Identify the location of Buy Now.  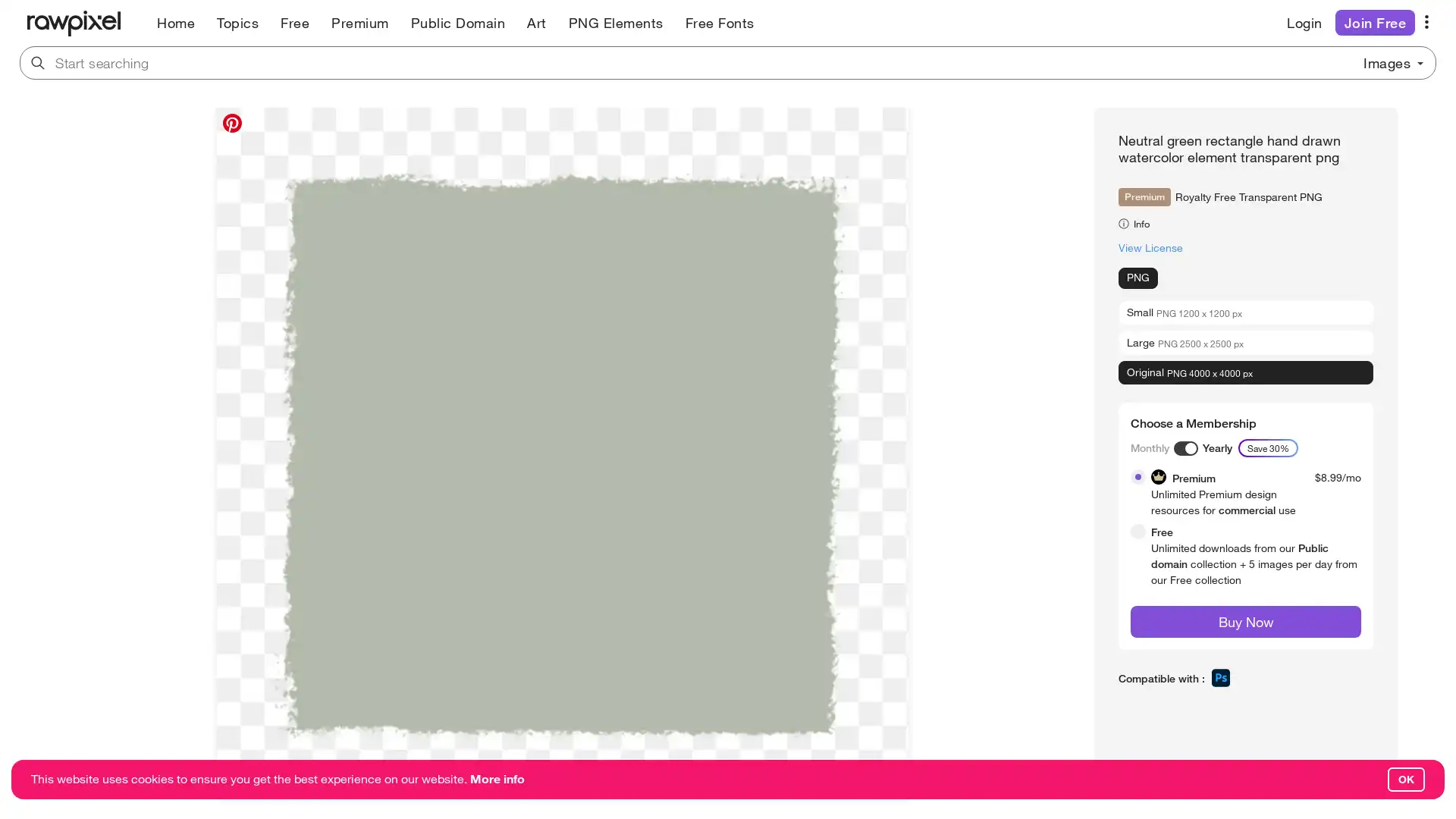
(1245, 622).